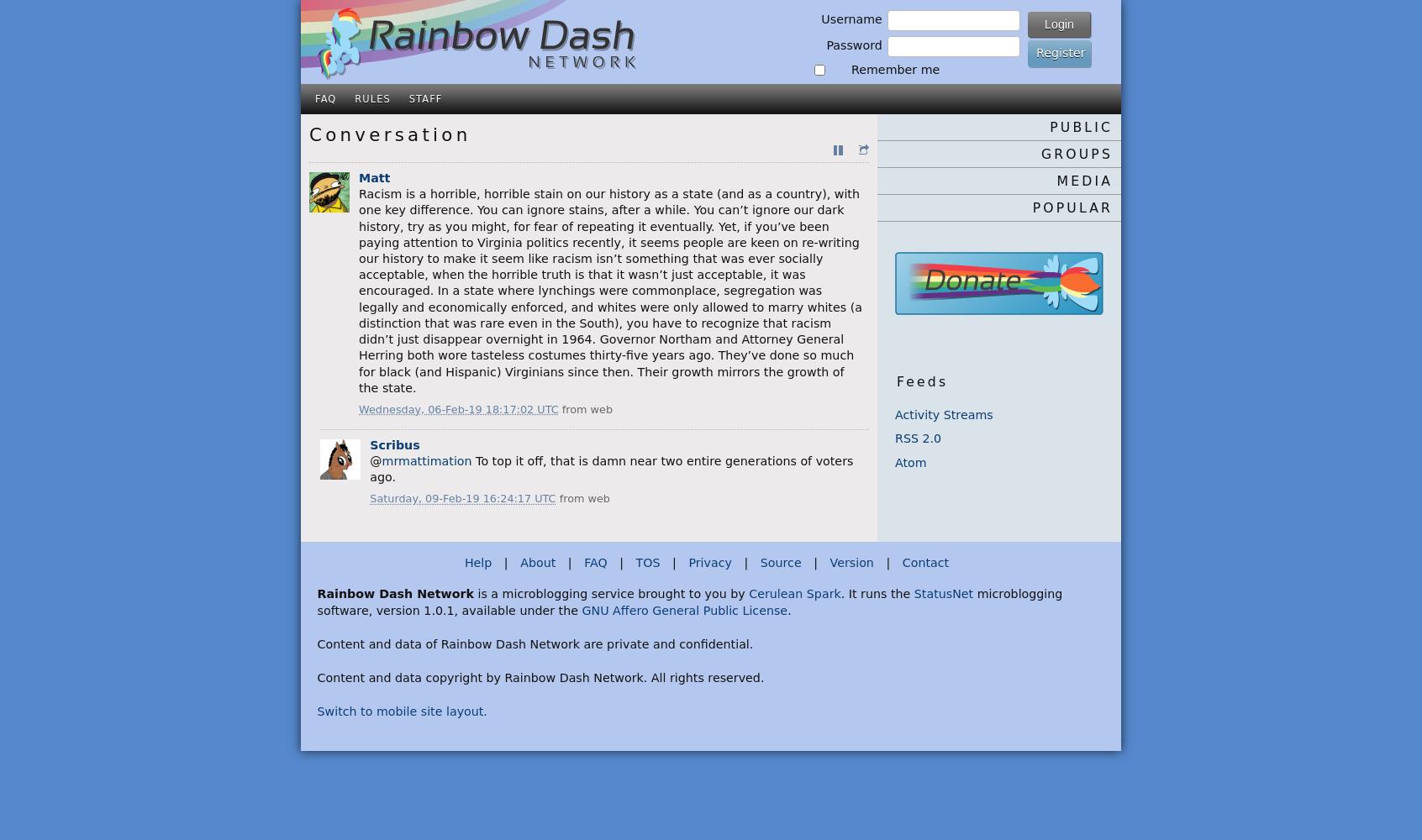 This screenshot has width=1422, height=840. I want to click on 'Groups', so click(1041, 153).